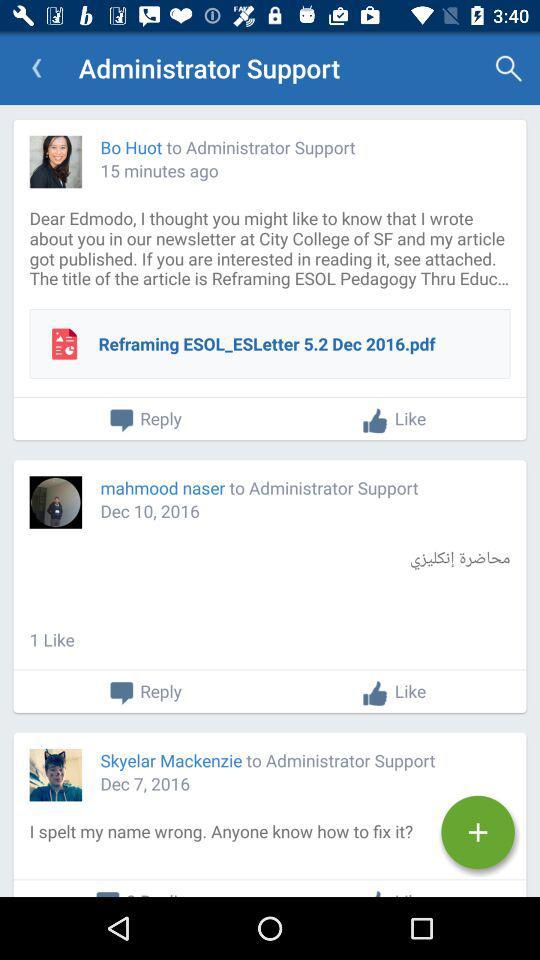 This screenshot has width=540, height=960. What do you see at coordinates (394, 693) in the screenshot?
I see `the text right to reply which is below mahmood naser to administrator support` at bounding box center [394, 693].